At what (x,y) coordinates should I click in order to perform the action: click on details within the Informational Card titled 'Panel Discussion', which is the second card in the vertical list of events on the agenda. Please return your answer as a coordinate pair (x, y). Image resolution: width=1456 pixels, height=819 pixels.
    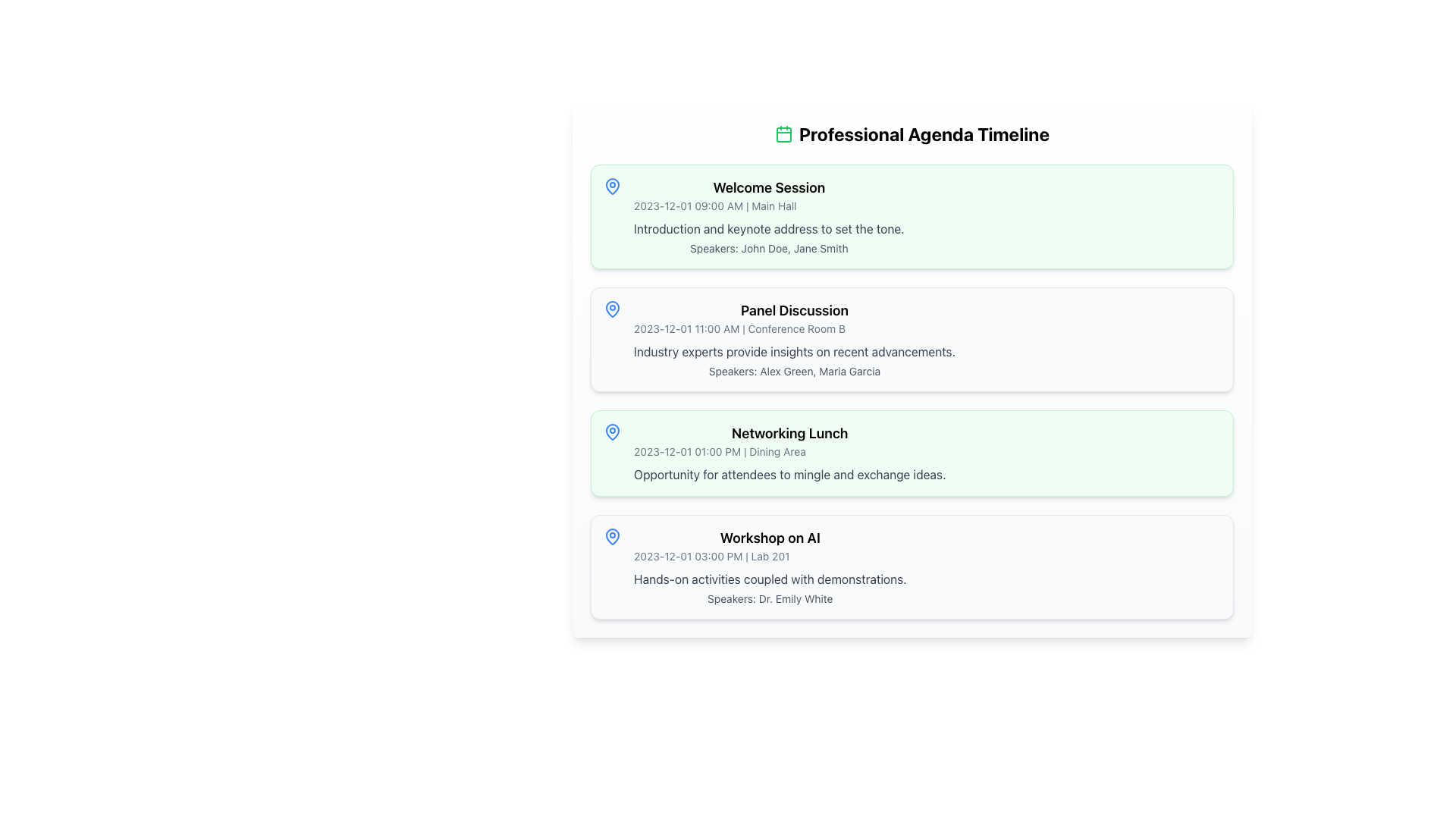
    Looking at the image, I should click on (912, 338).